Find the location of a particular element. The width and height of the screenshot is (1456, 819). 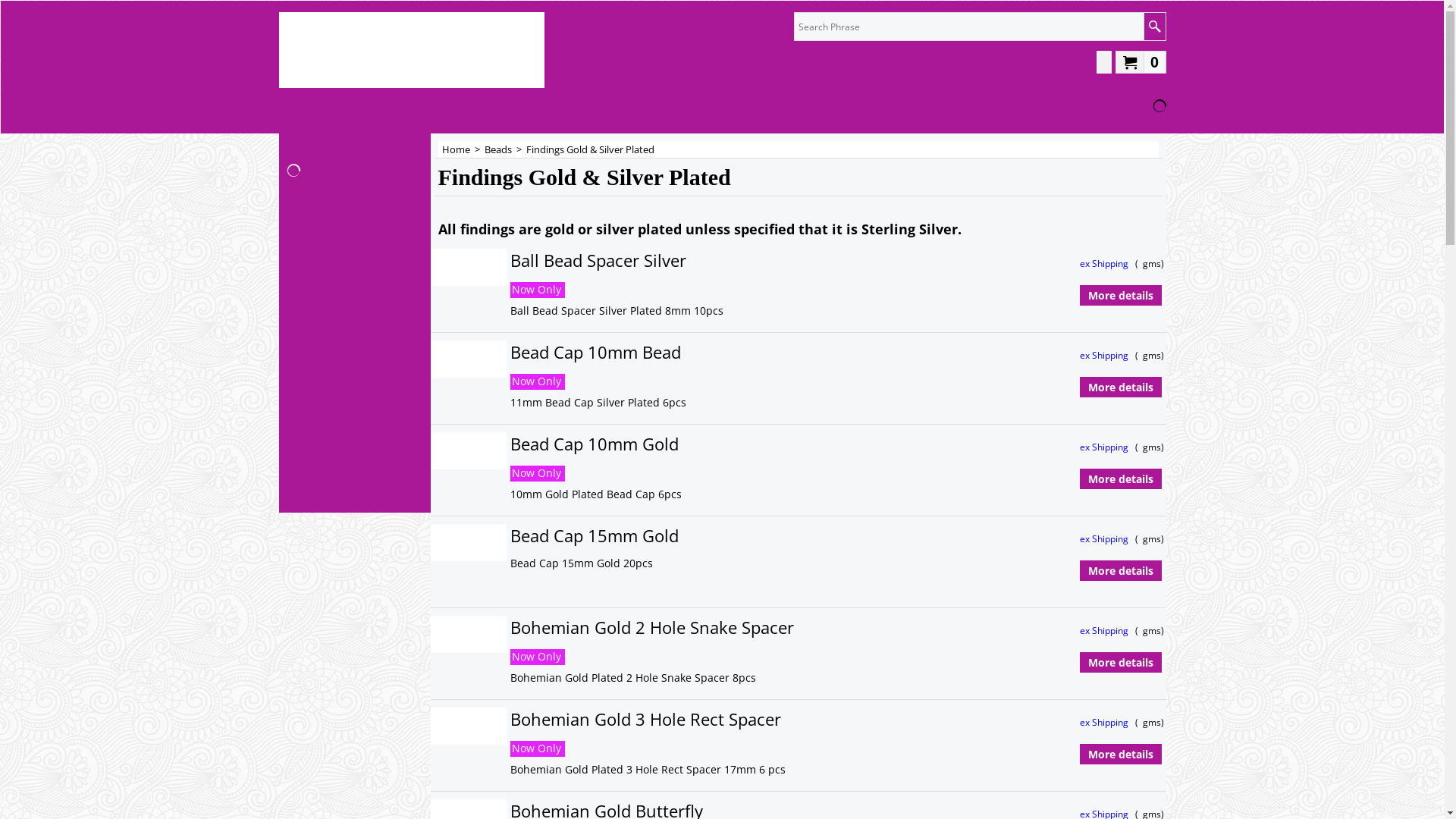

'Bohemian Gold 2 Hole Snake Spacer' is located at coordinates (758, 627).